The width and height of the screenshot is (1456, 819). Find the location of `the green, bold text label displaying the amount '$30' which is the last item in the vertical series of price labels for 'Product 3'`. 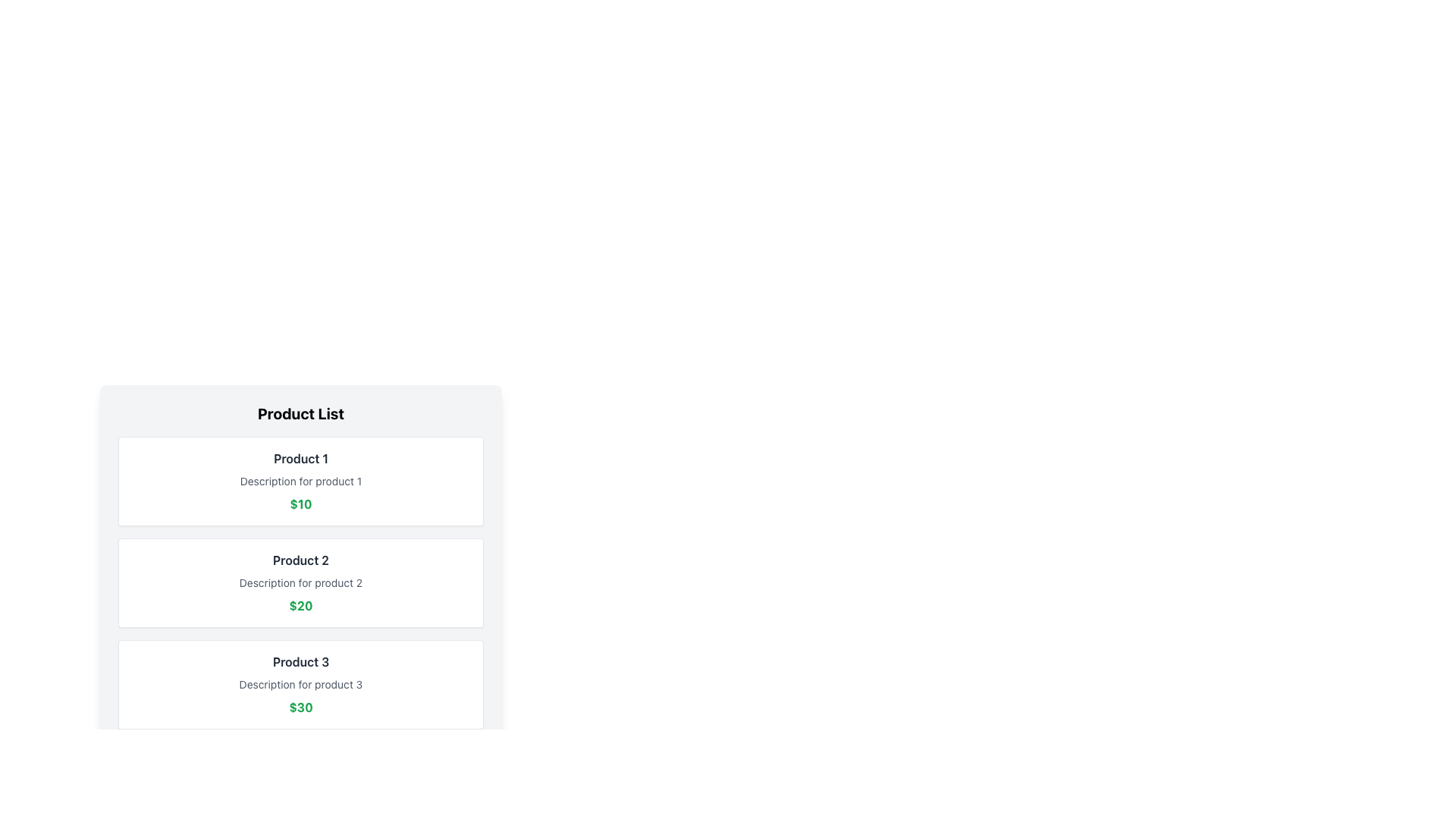

the green, bold text label displaying the amount '$30' which is the last item in the vertical series of price labels for 'Product 3' is located at coordinates (301, 708).